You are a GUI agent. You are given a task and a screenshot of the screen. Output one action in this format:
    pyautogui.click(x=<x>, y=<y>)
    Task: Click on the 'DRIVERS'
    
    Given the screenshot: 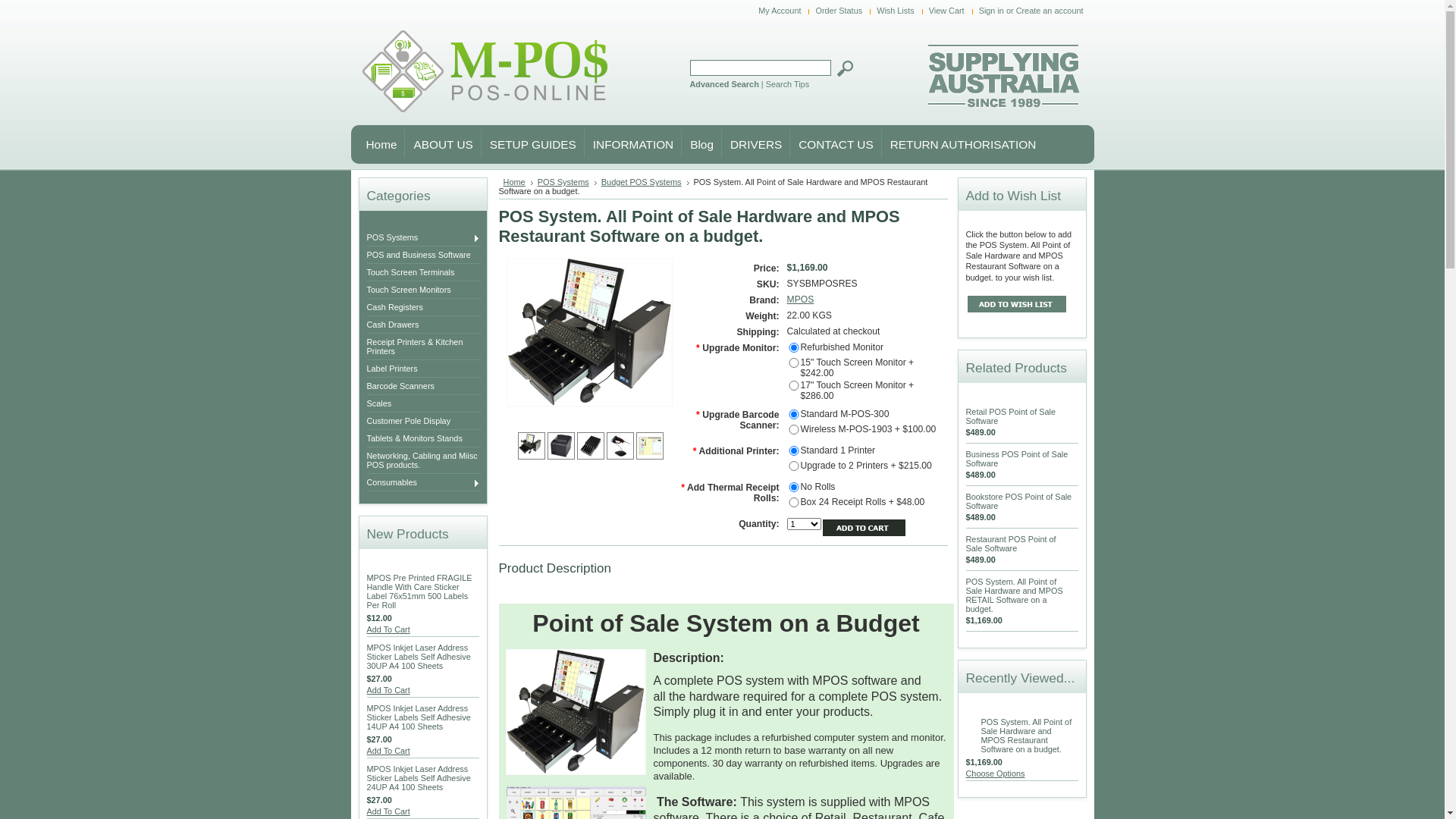 What is the action you would take?
    pyautogui.click(x=751, y=143)
    